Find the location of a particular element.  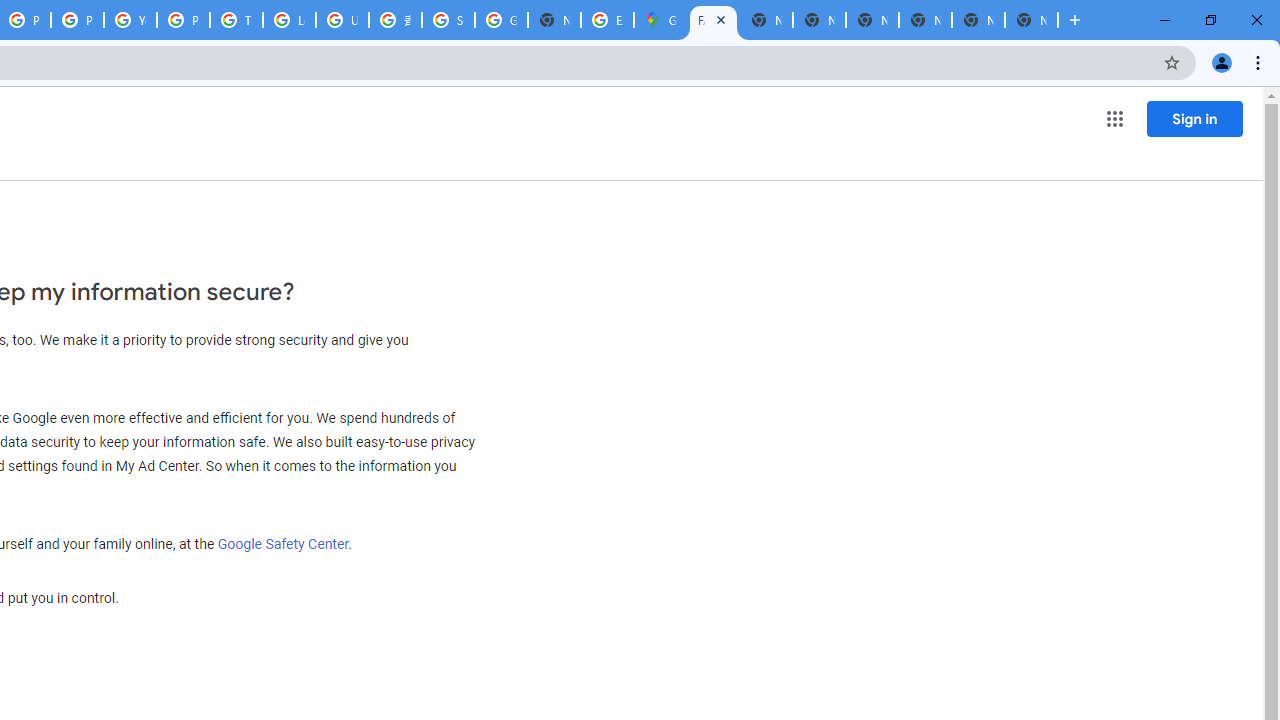

'Sign in - Google Accounts' is located at coordinates (447, 20).